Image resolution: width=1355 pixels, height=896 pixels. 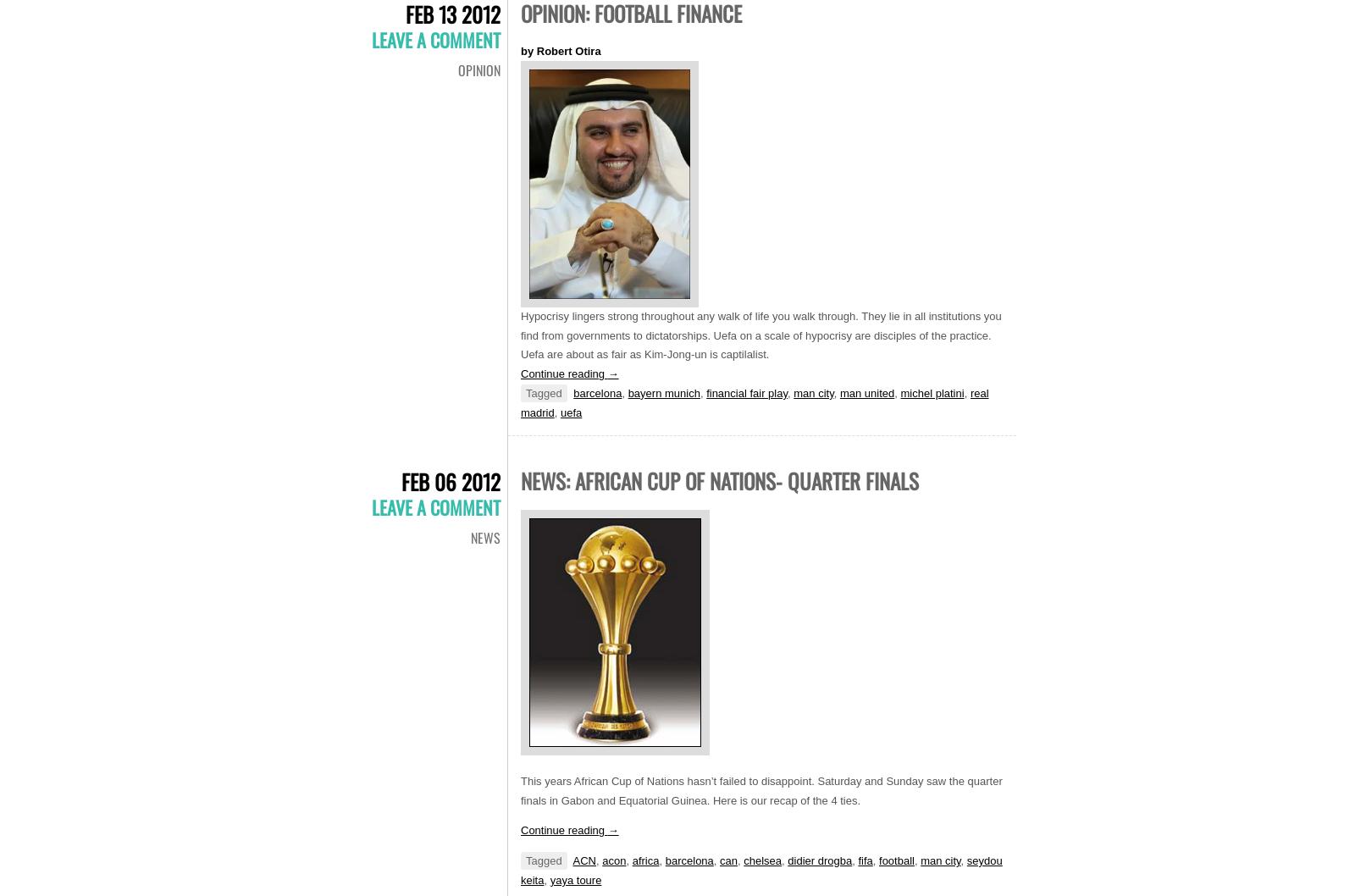 I want to click on 'acon', so click(x=613, y=860).